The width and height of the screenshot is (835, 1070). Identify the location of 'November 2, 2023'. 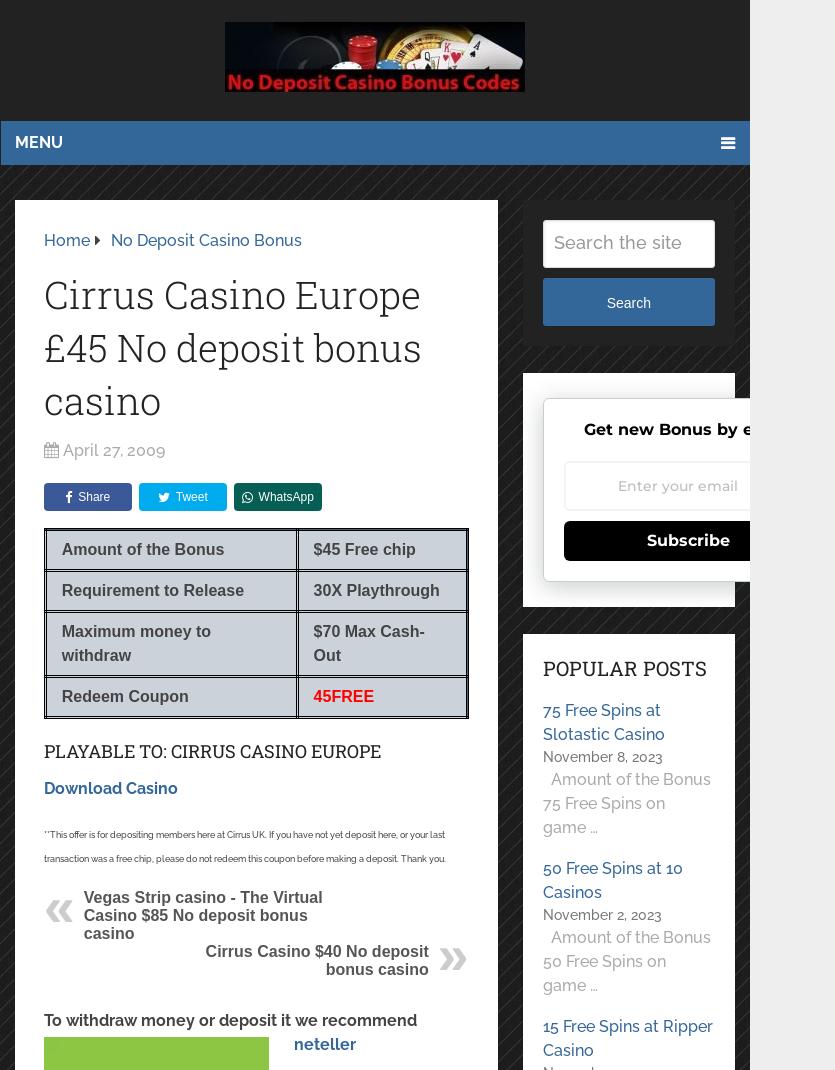
(600, 913).